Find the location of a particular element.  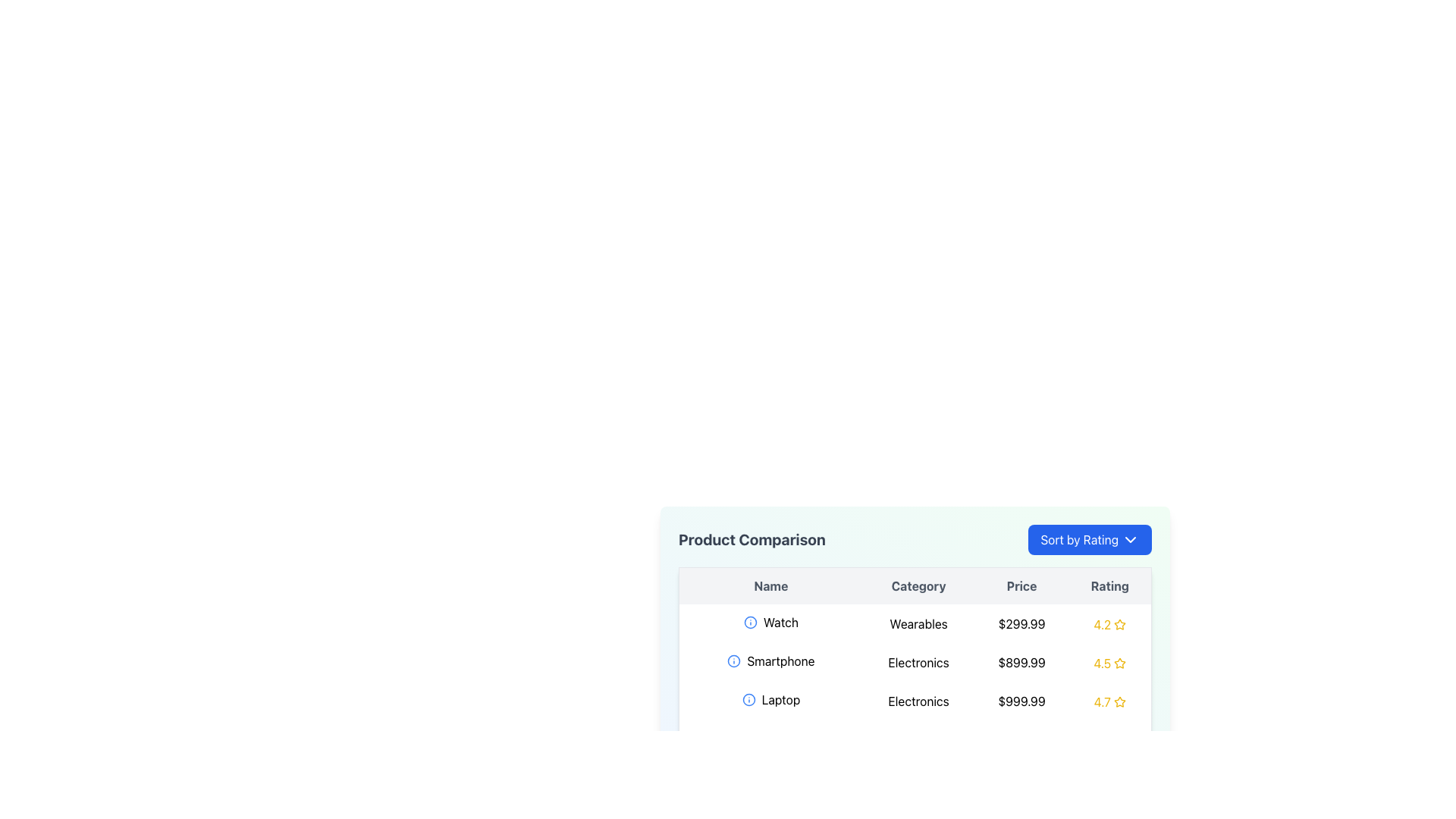

the 'Category' text label, which is styled in dark gray and located in the table header between 'Name' and 'Price' is located at coordinates (918, 585).